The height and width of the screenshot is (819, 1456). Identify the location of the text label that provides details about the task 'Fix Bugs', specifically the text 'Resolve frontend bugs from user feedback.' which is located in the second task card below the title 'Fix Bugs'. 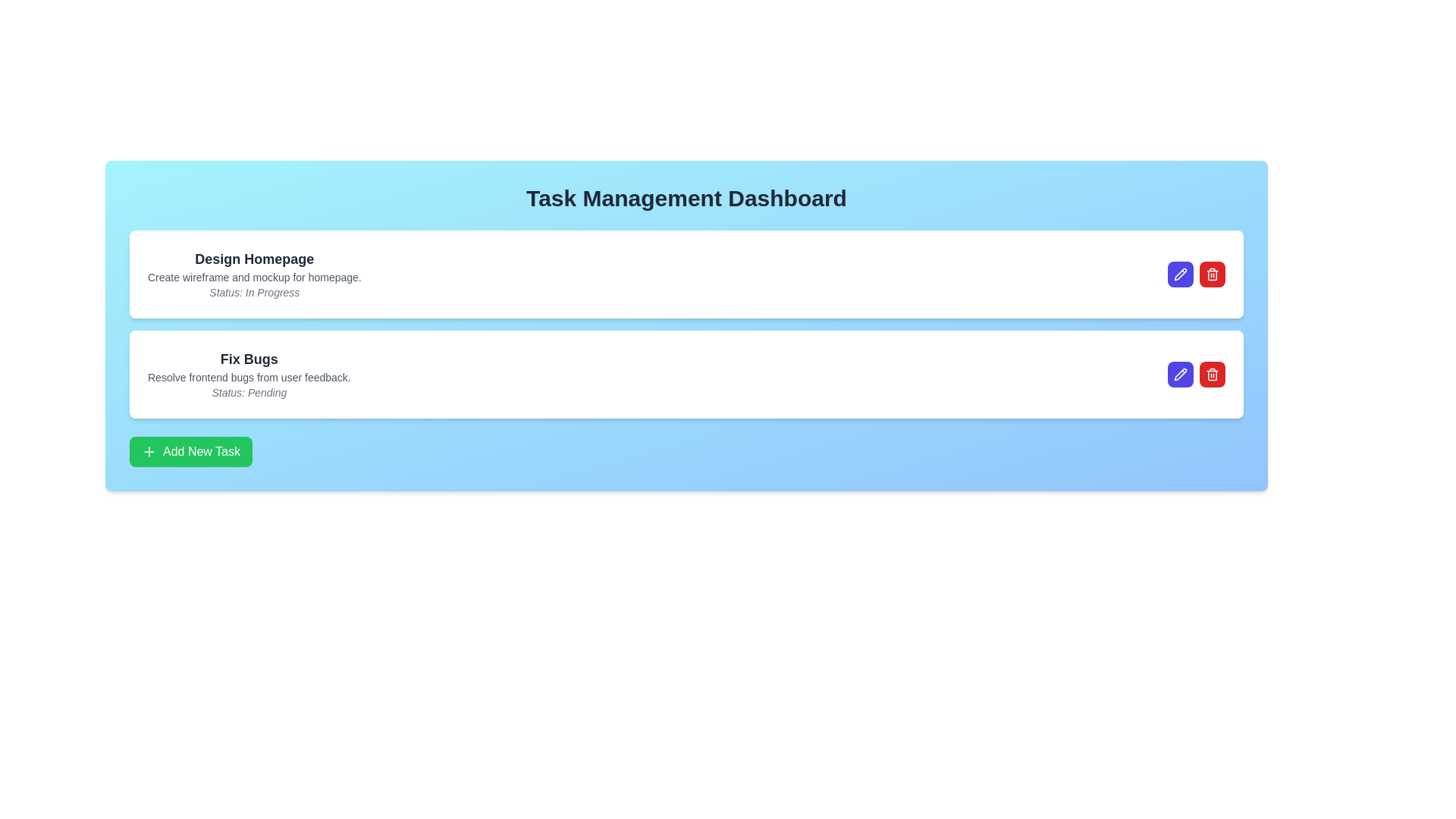
(249, 376).